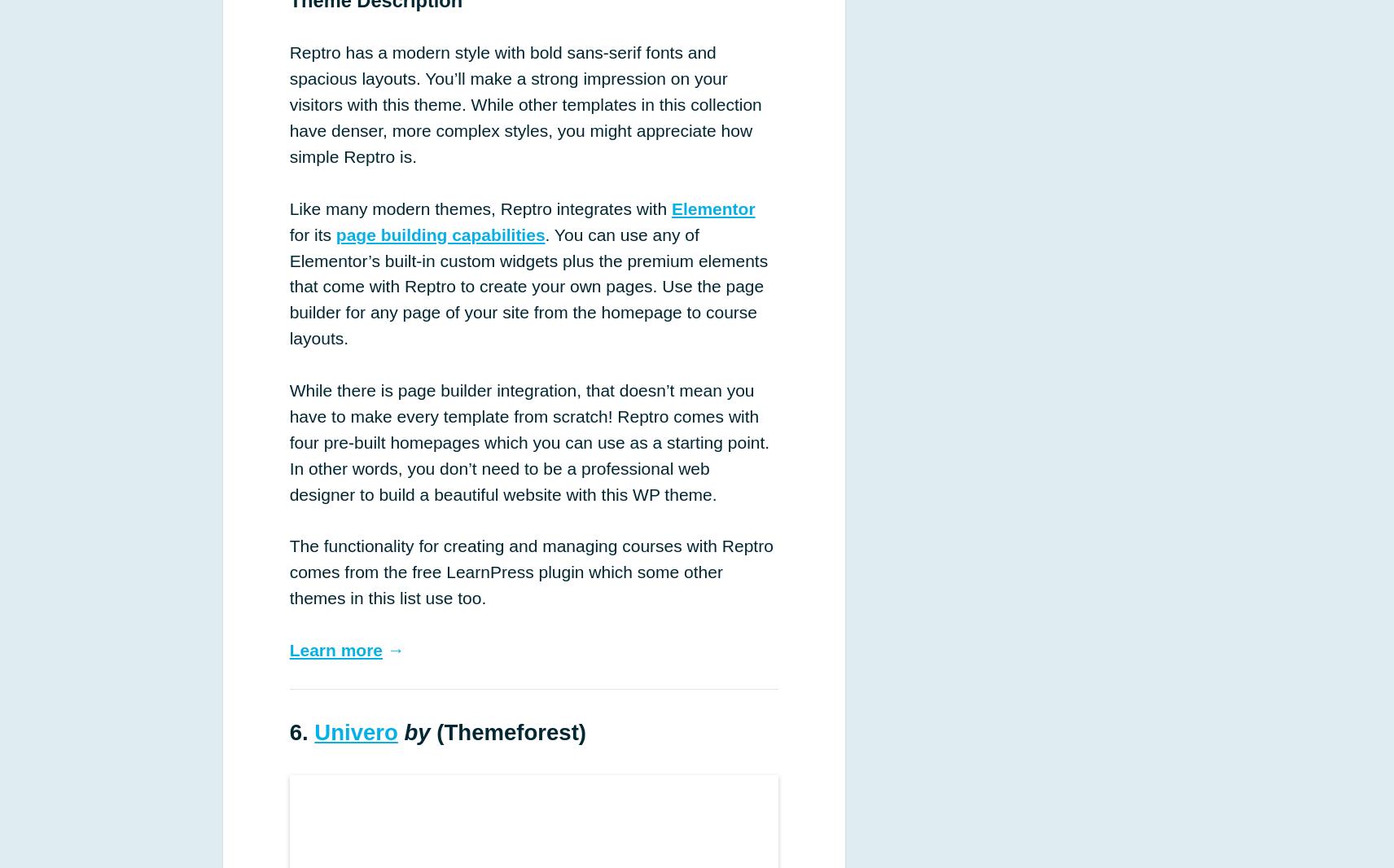 This screenshot has height=868, width=1394. Describe the element at coordinates (528, 286) in the screenshot. I see `'. You can use any of Elementor’s built-in custom widgets plus the premium elements that come with Reptro to create your own pages. Use the page builder for any page of your site from the homepage to course layouts.'` at that location.